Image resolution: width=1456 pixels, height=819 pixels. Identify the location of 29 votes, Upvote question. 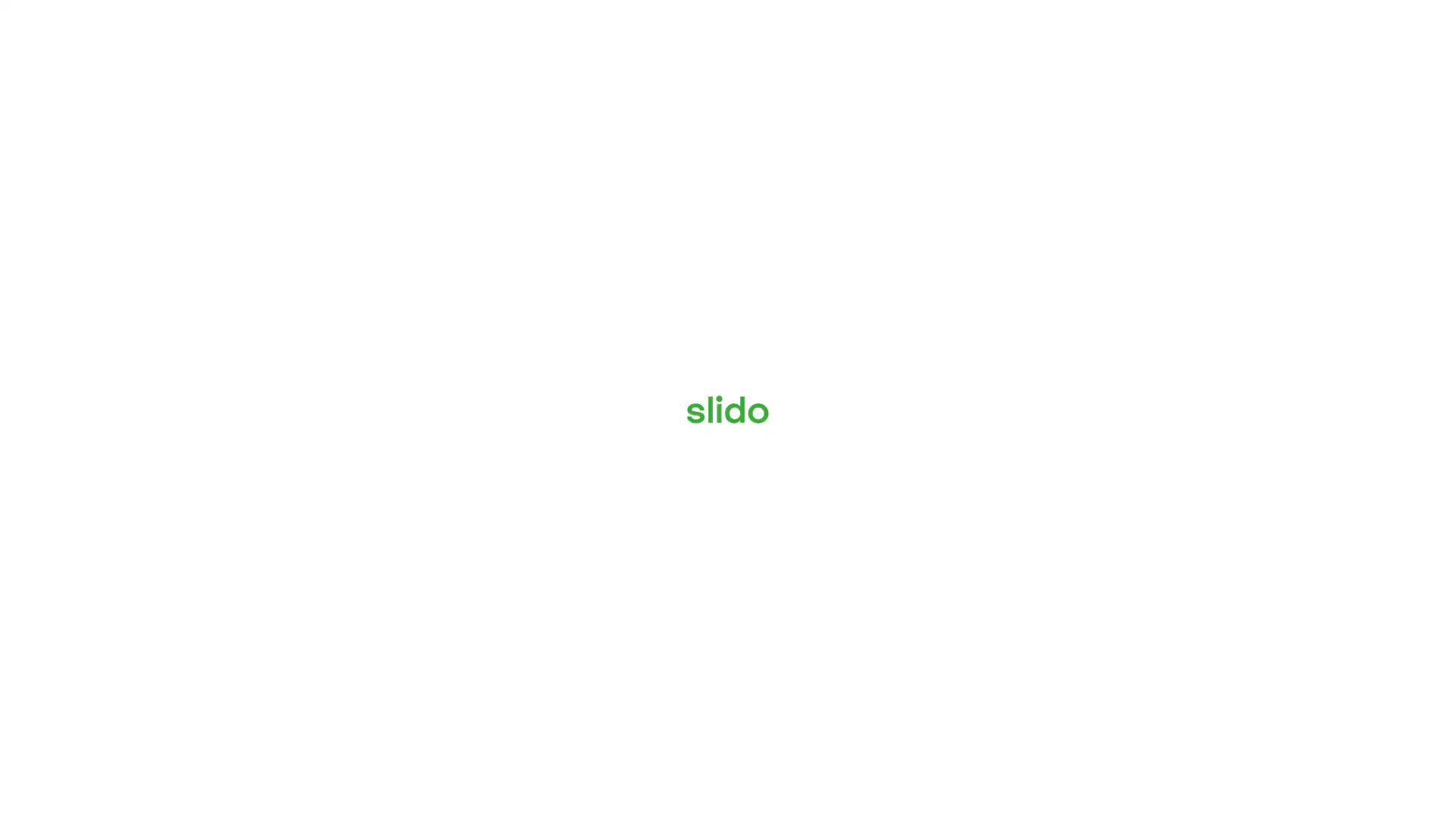
(1344, 262).